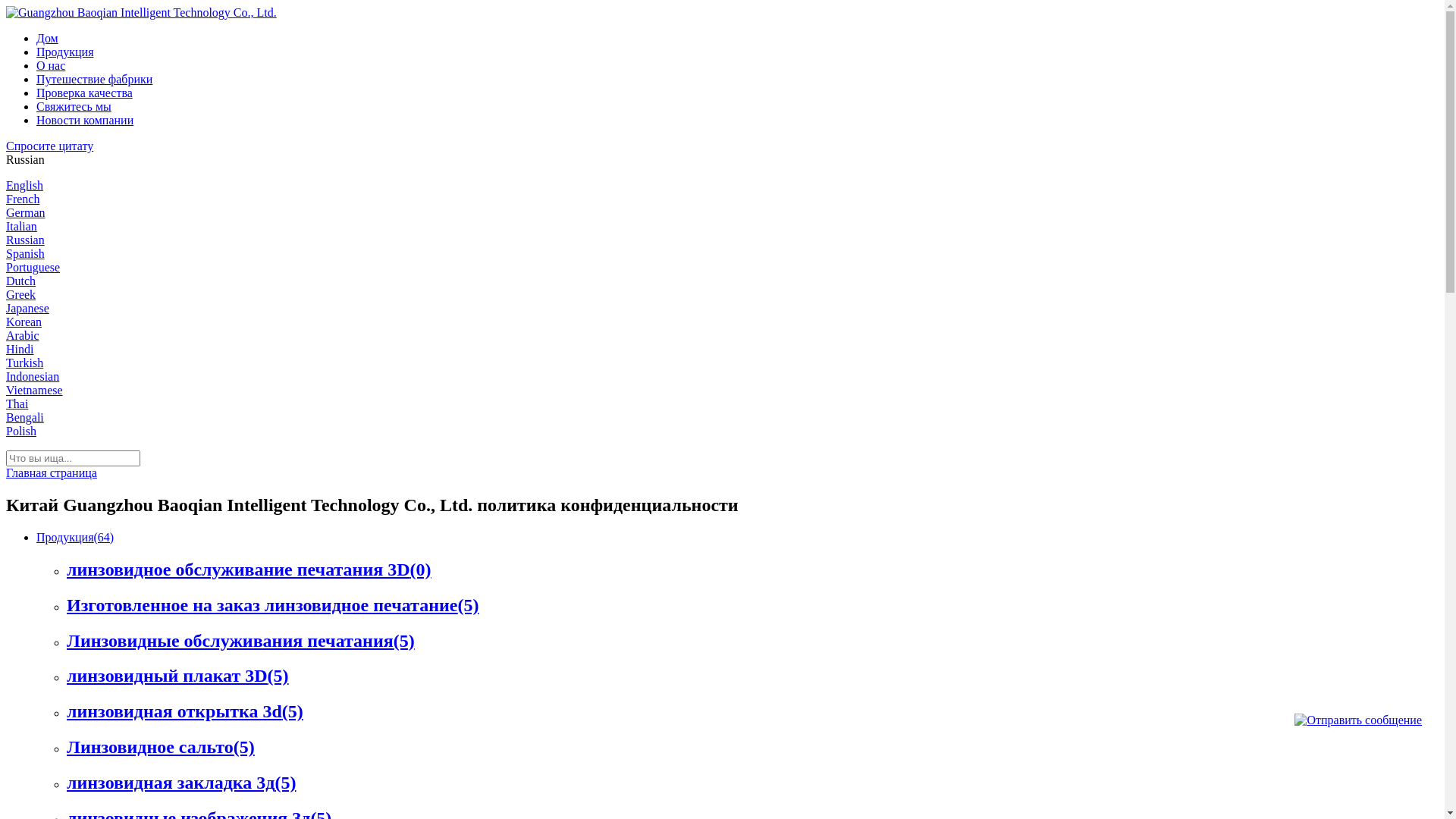 The image size is (1456, 819). What do you see at coordinates (17, 403) in the screenshot?
I see `'Thai'` at bounding box center [17, 403].